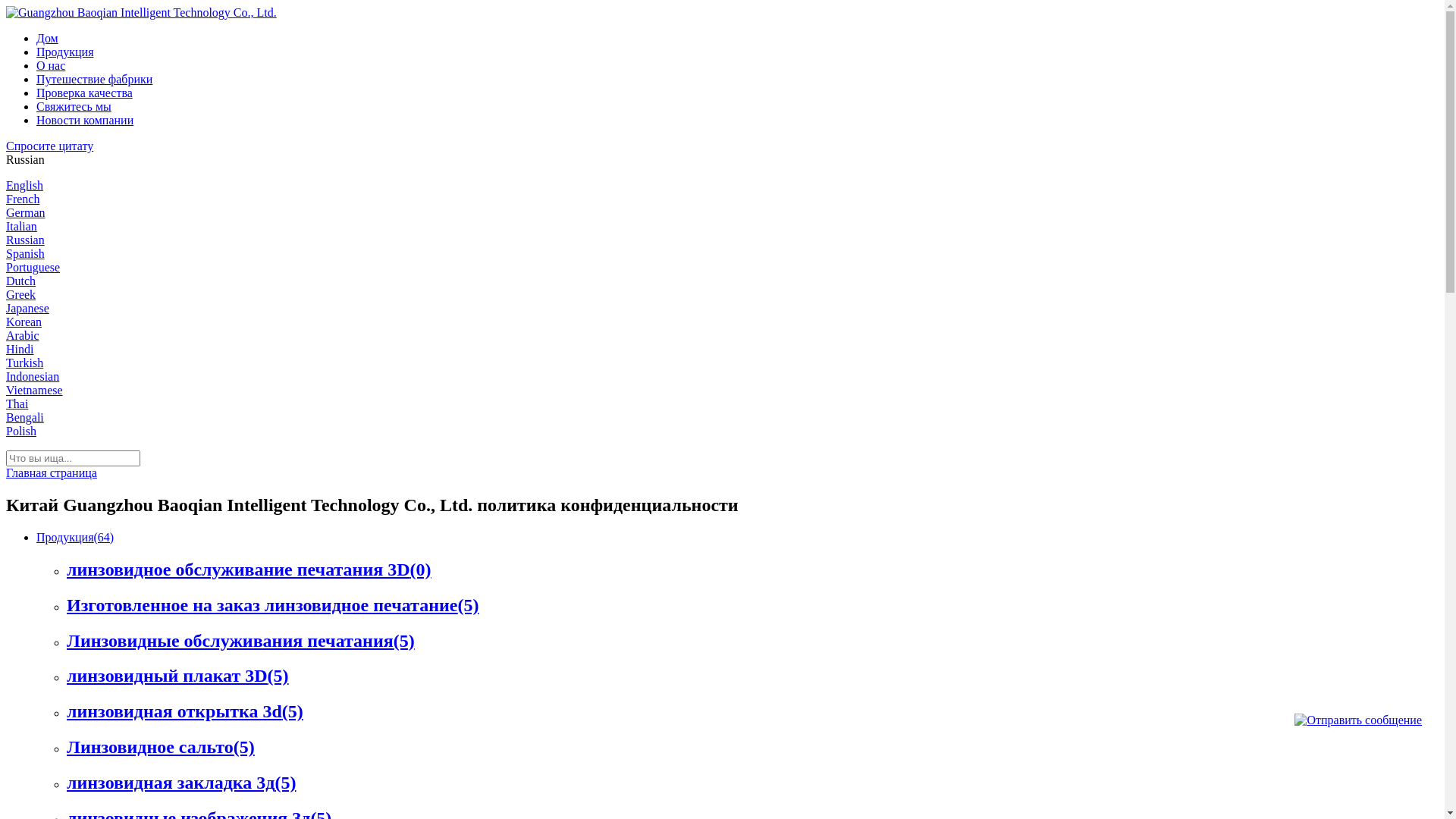 The image size is (1456, 819). What do you see at coordinates (17, 403) in the screenshot?
I see `'Thai'` at bounding box center [17, 403].